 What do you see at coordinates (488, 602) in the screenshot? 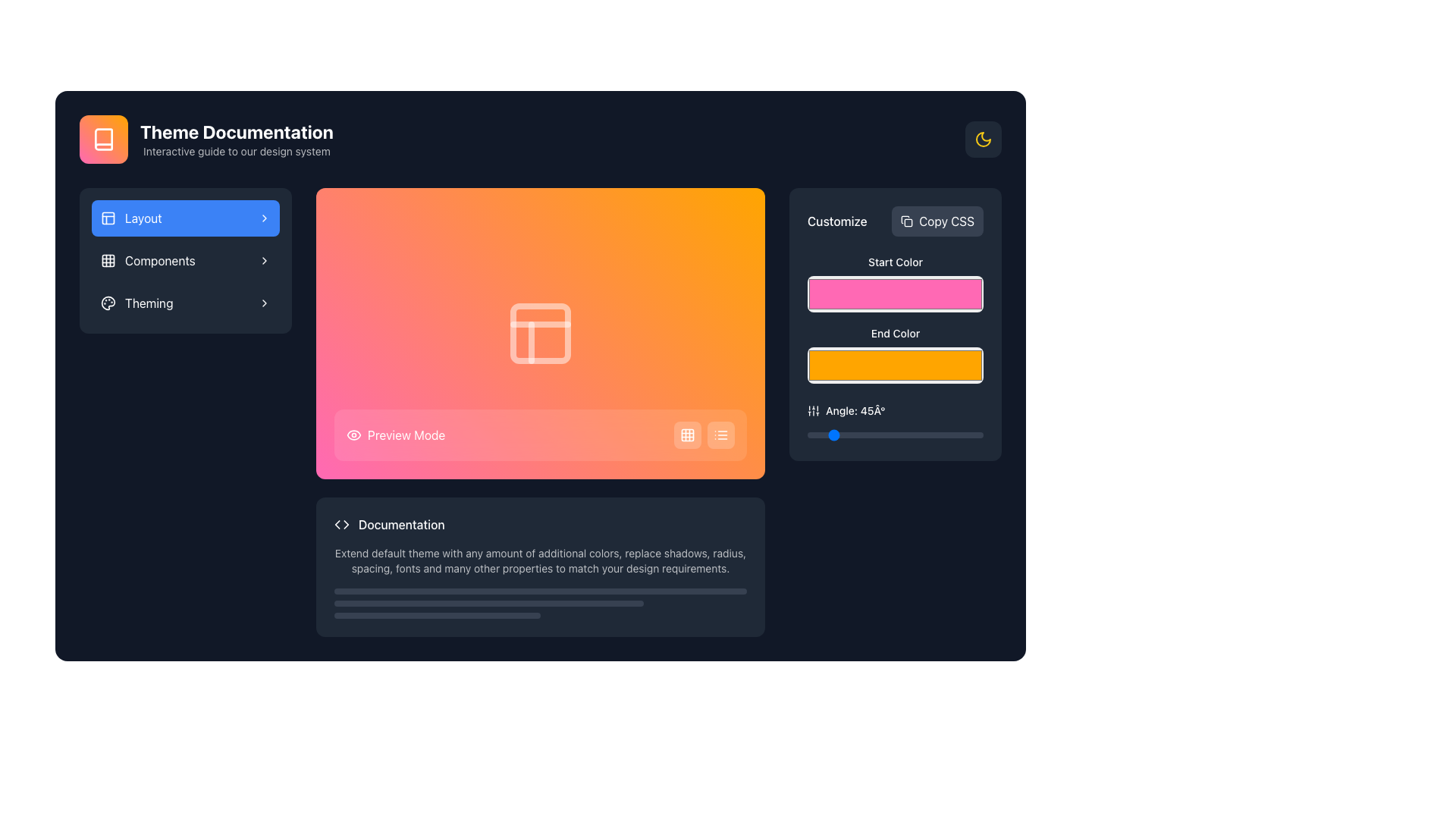
I see `the second horizontal bar in the grouped set of three progress indicators located at the bottom of the main content box` at bounding box center [488, 602].